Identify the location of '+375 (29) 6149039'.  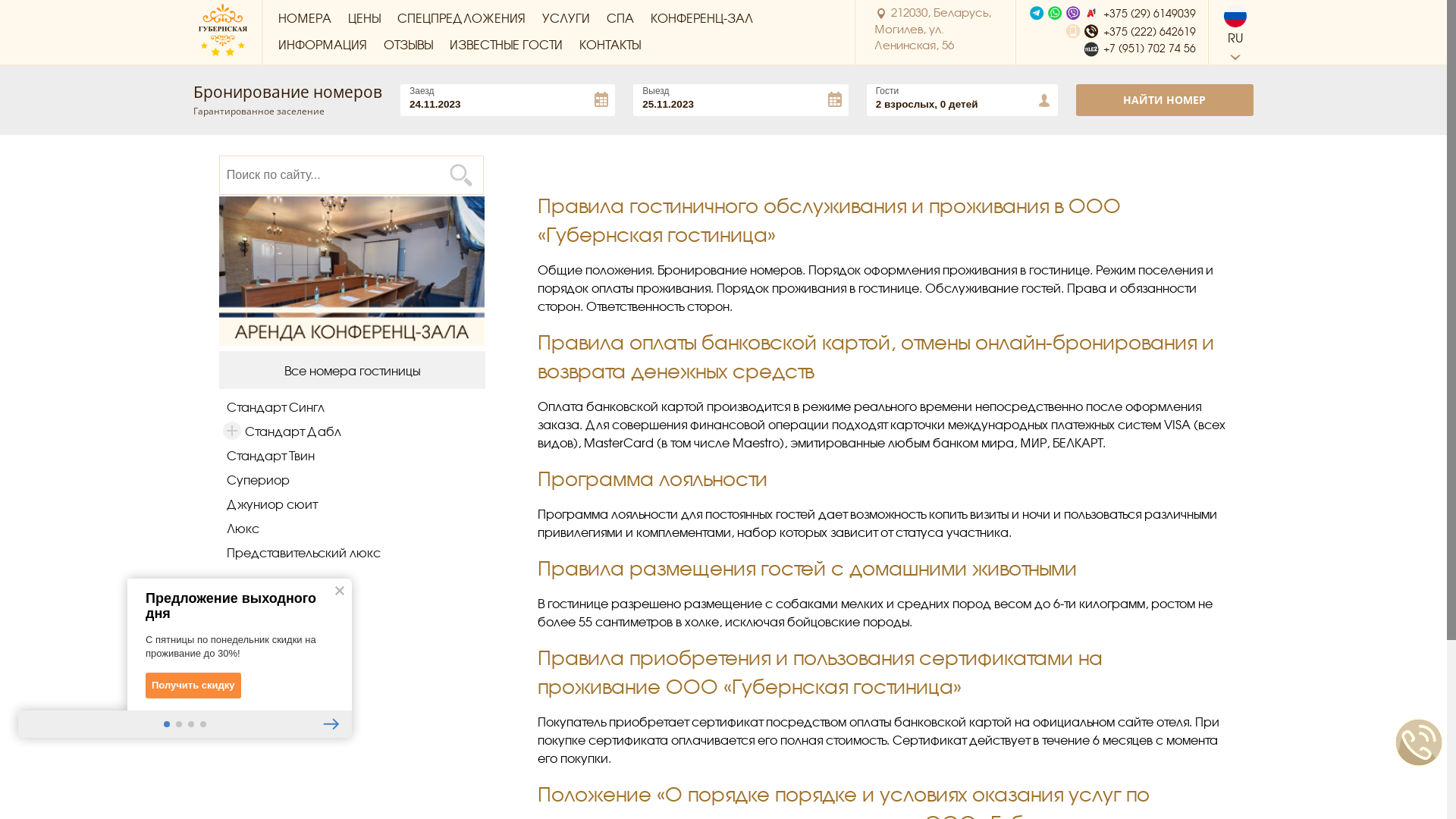
(1111, 12).